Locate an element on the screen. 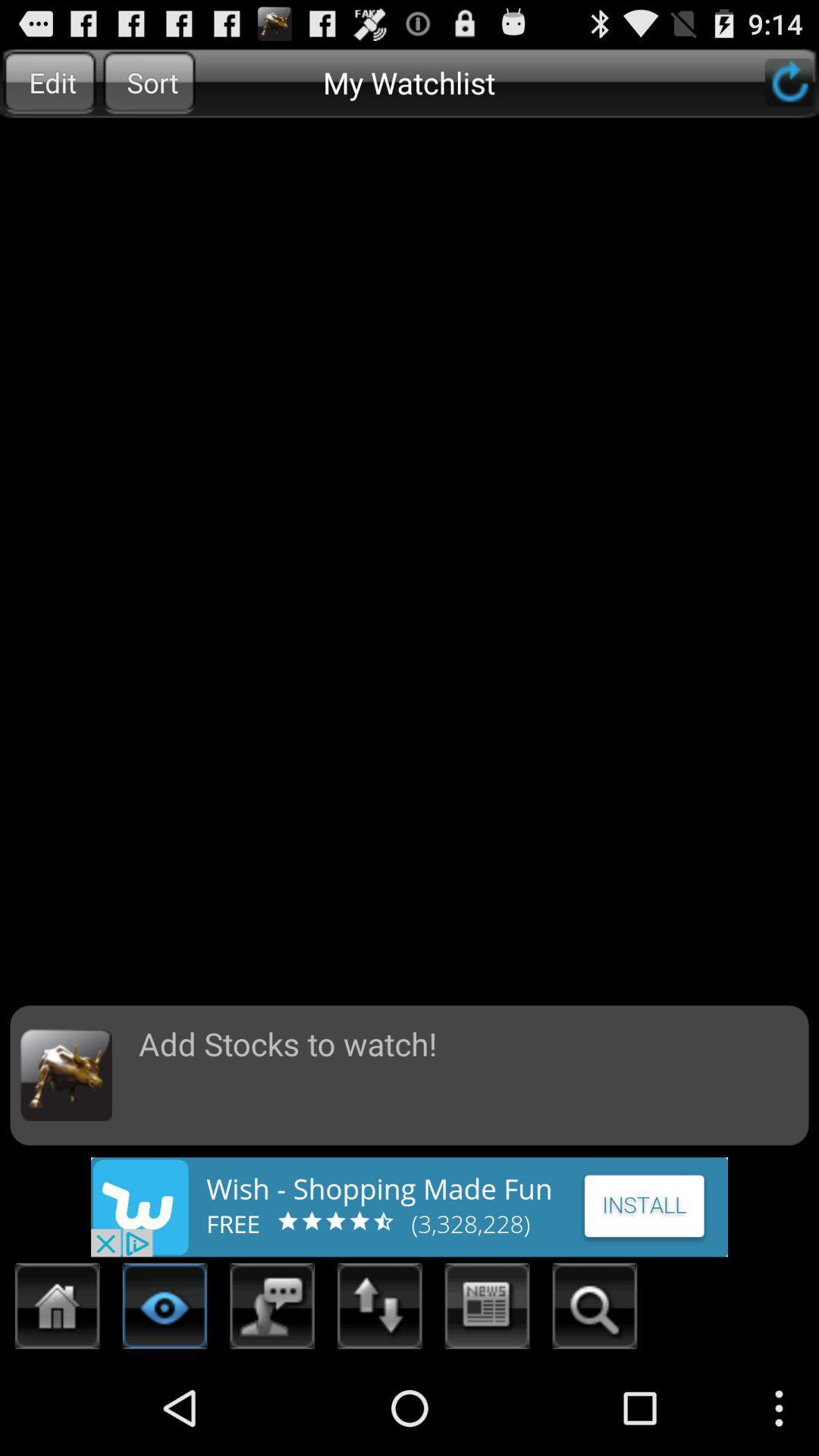  reading mode is located at coordinates (165, 1310).